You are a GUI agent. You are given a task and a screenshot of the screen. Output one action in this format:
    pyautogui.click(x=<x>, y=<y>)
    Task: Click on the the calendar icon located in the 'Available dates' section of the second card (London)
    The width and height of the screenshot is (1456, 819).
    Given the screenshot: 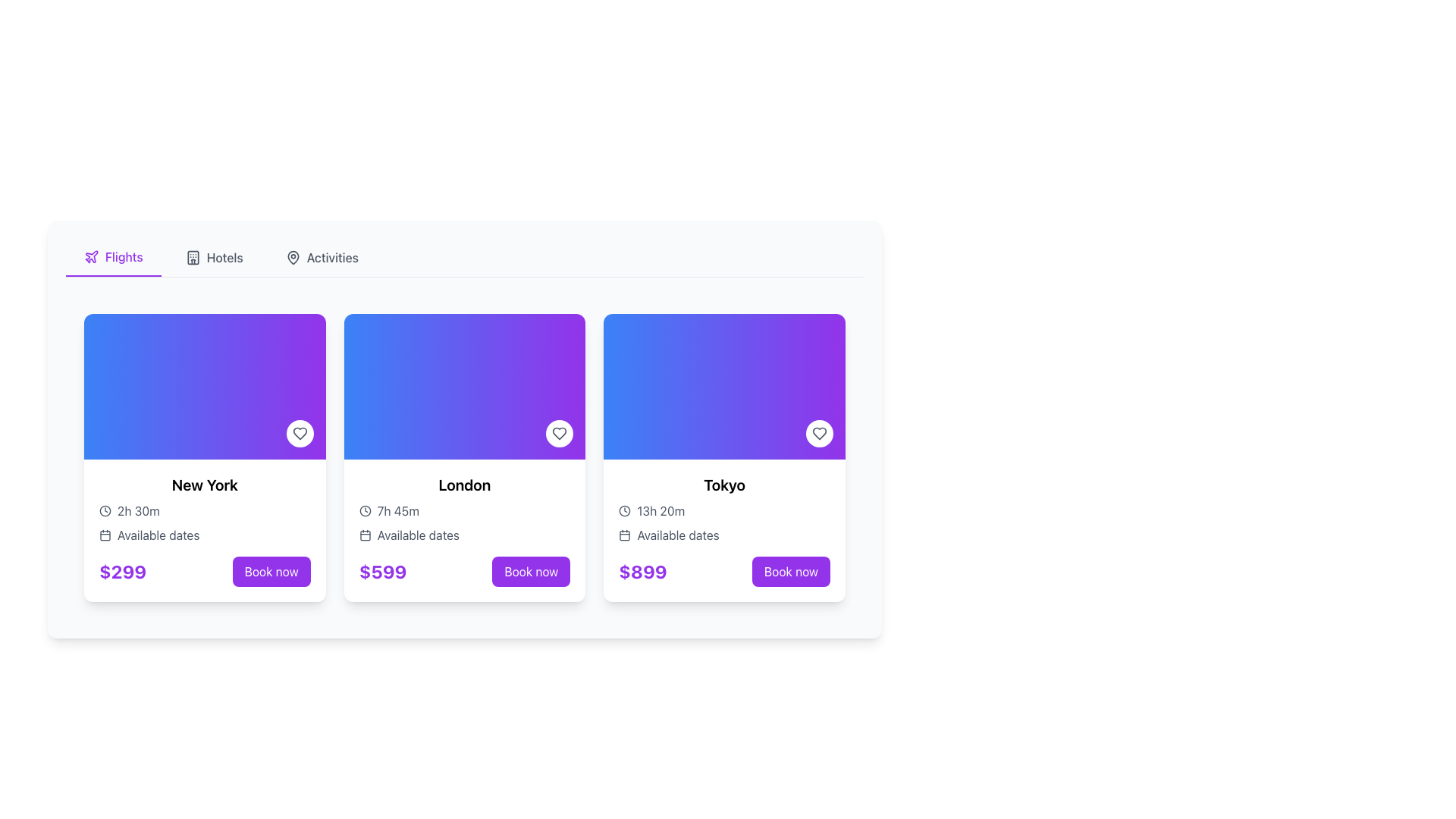 What is the action you would take?
    pyautogui.click(x=365, y=534)
    